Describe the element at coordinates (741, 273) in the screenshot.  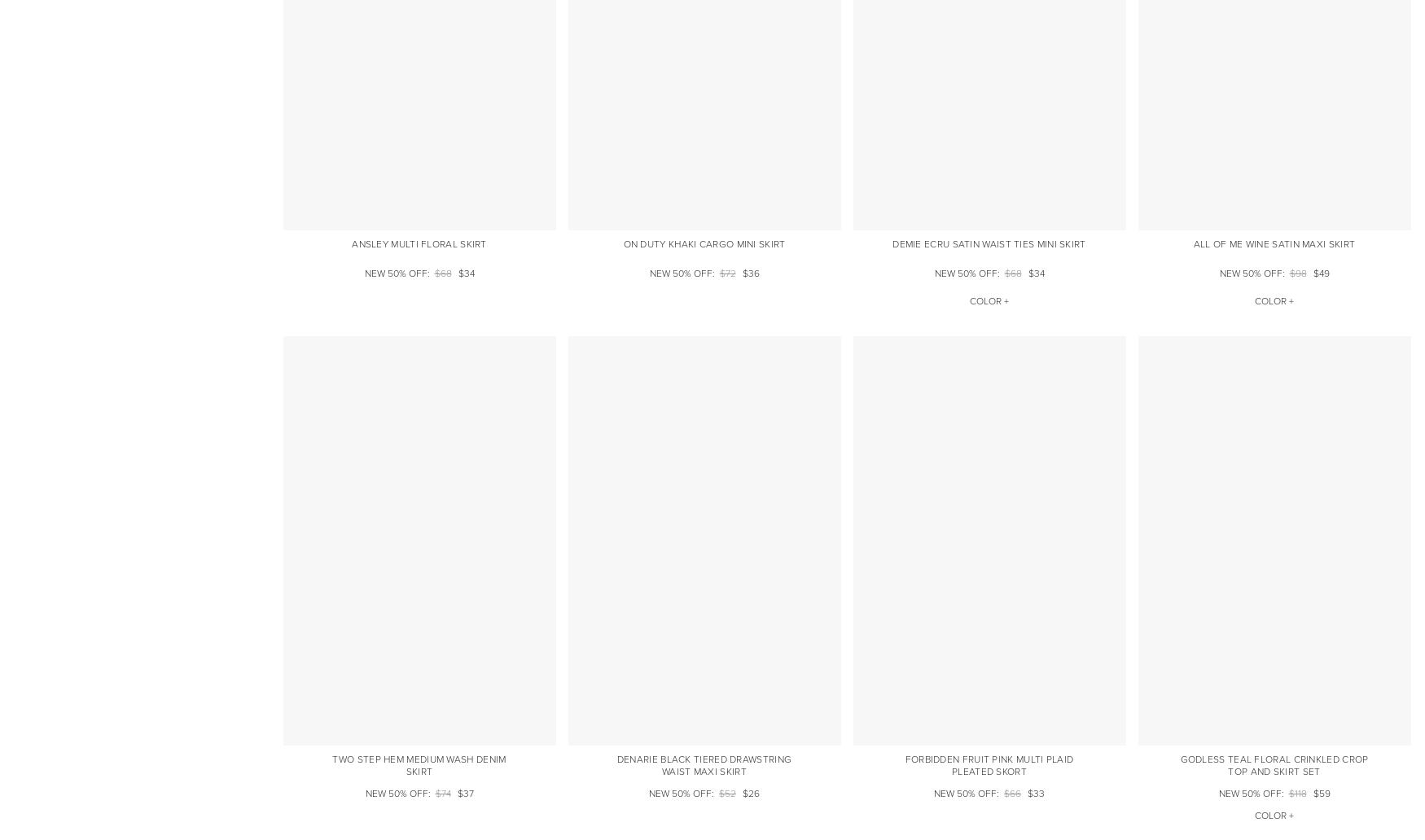
I see `'$36'` at that location.